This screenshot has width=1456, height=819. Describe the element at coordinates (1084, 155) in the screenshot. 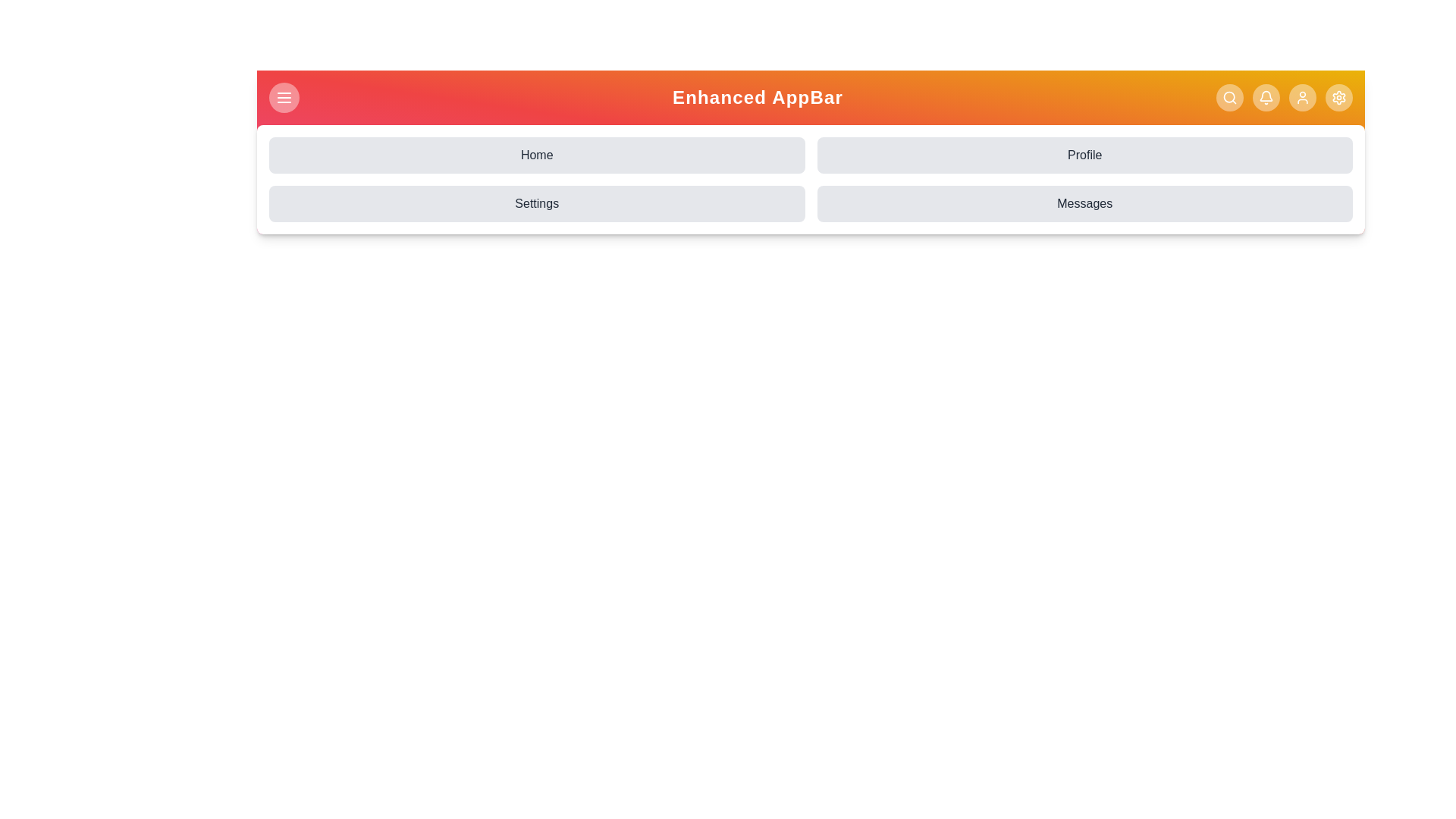

I see `the menu option Profile` at that location.